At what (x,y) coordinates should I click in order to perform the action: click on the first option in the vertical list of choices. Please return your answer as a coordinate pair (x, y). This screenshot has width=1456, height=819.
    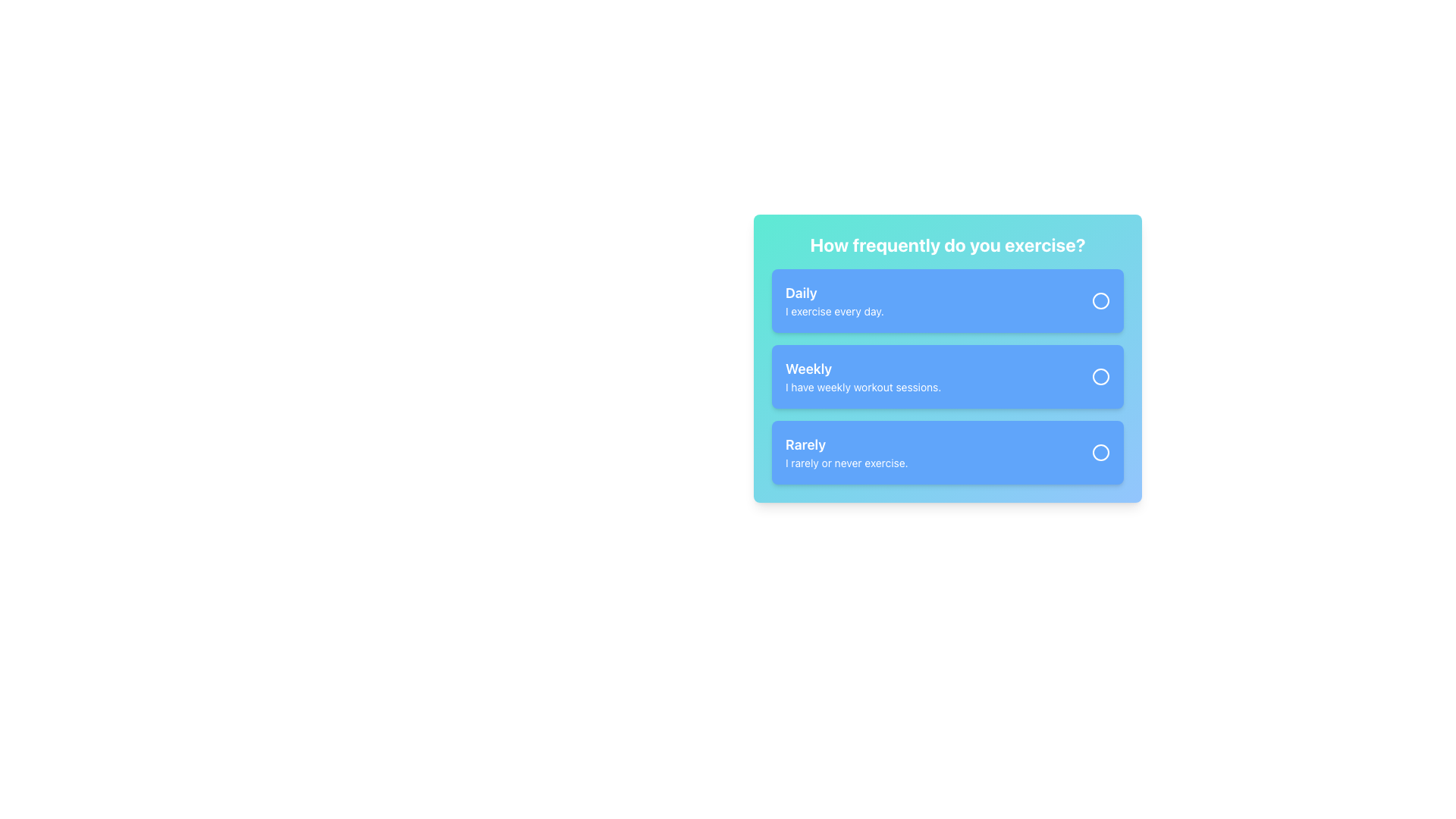
    Looking at the image, I should click on (833, 301).